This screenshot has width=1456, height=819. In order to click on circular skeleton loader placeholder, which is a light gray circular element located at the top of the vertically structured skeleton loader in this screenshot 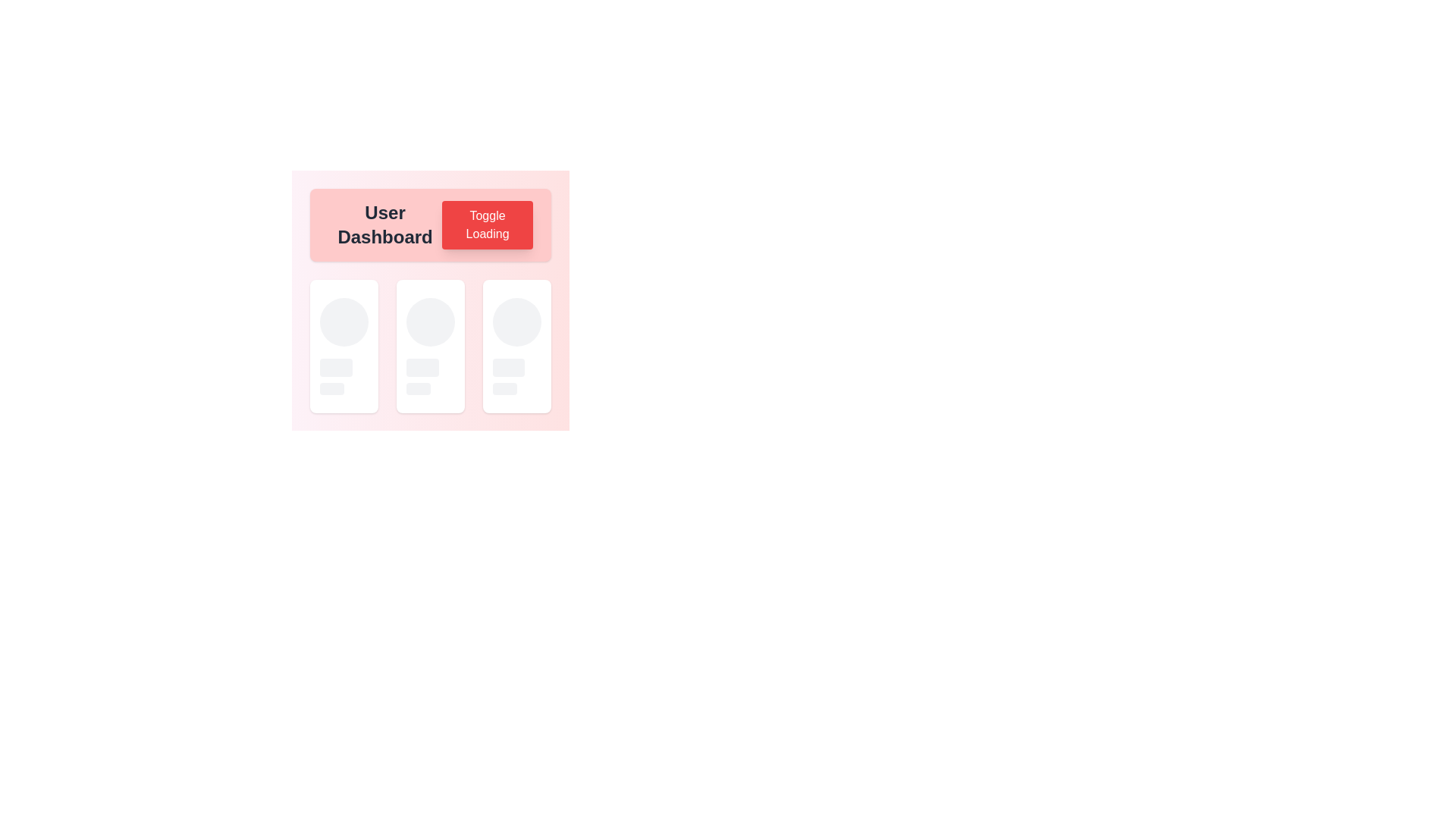, I will do `click(344, 321)`.